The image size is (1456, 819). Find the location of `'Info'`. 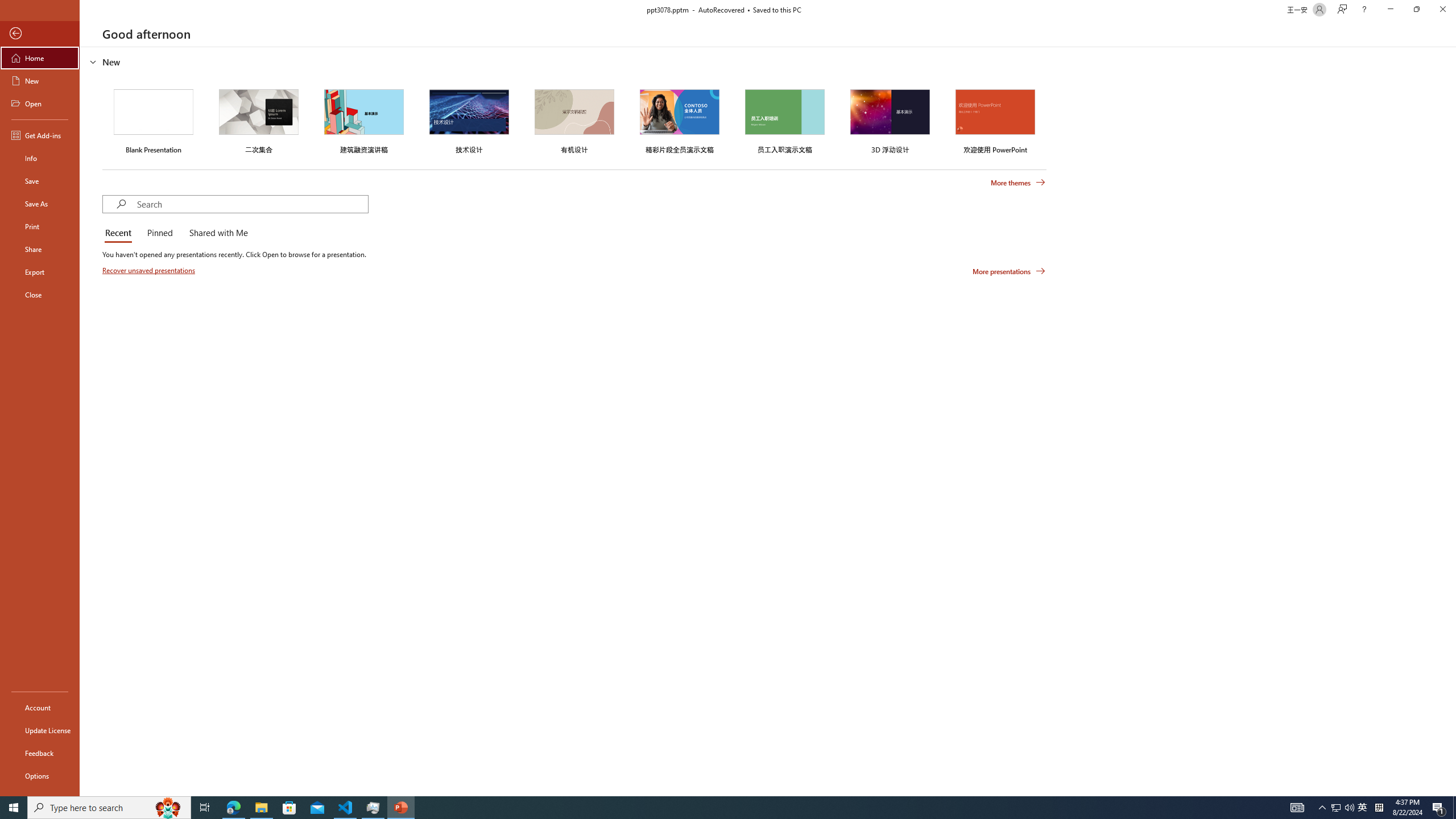

'Info' is located at coordinates (39, 157).